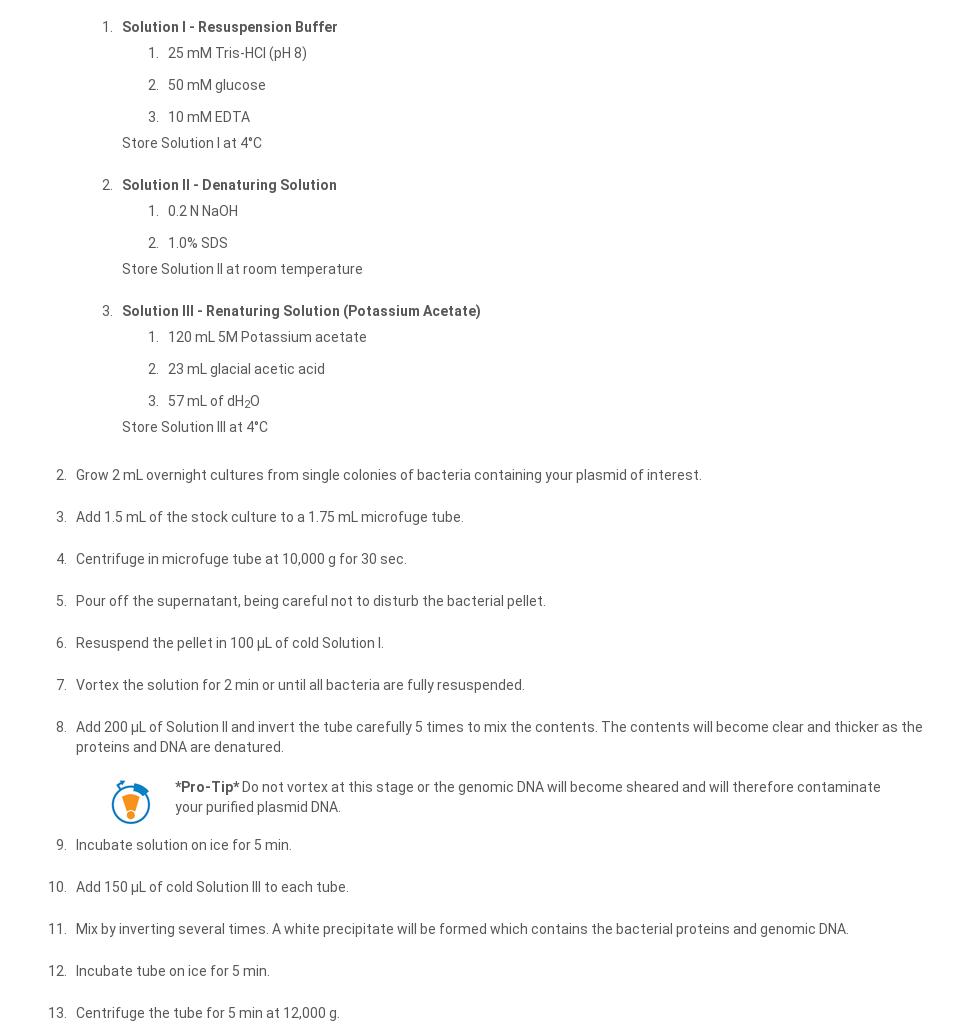 Image resolution: width=970 pixels, height=1030 pixels. What do you see at coordinates (242, 267) in the screenshot?
I see `'Store Solution II at room temperature'` at bounding box center [242, 267].